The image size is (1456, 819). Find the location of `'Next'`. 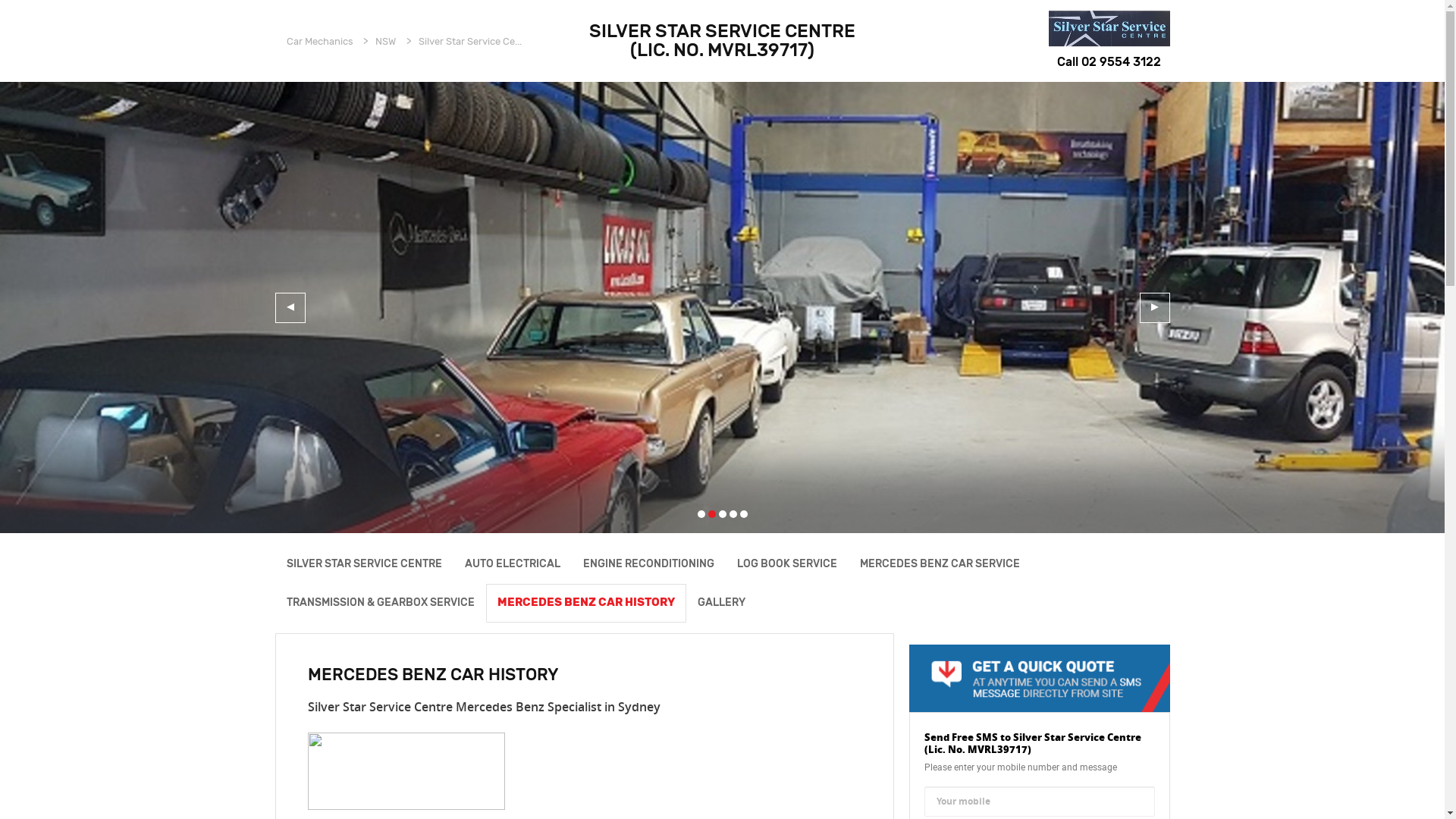

'Next' is located at coordinates (1139, 307).